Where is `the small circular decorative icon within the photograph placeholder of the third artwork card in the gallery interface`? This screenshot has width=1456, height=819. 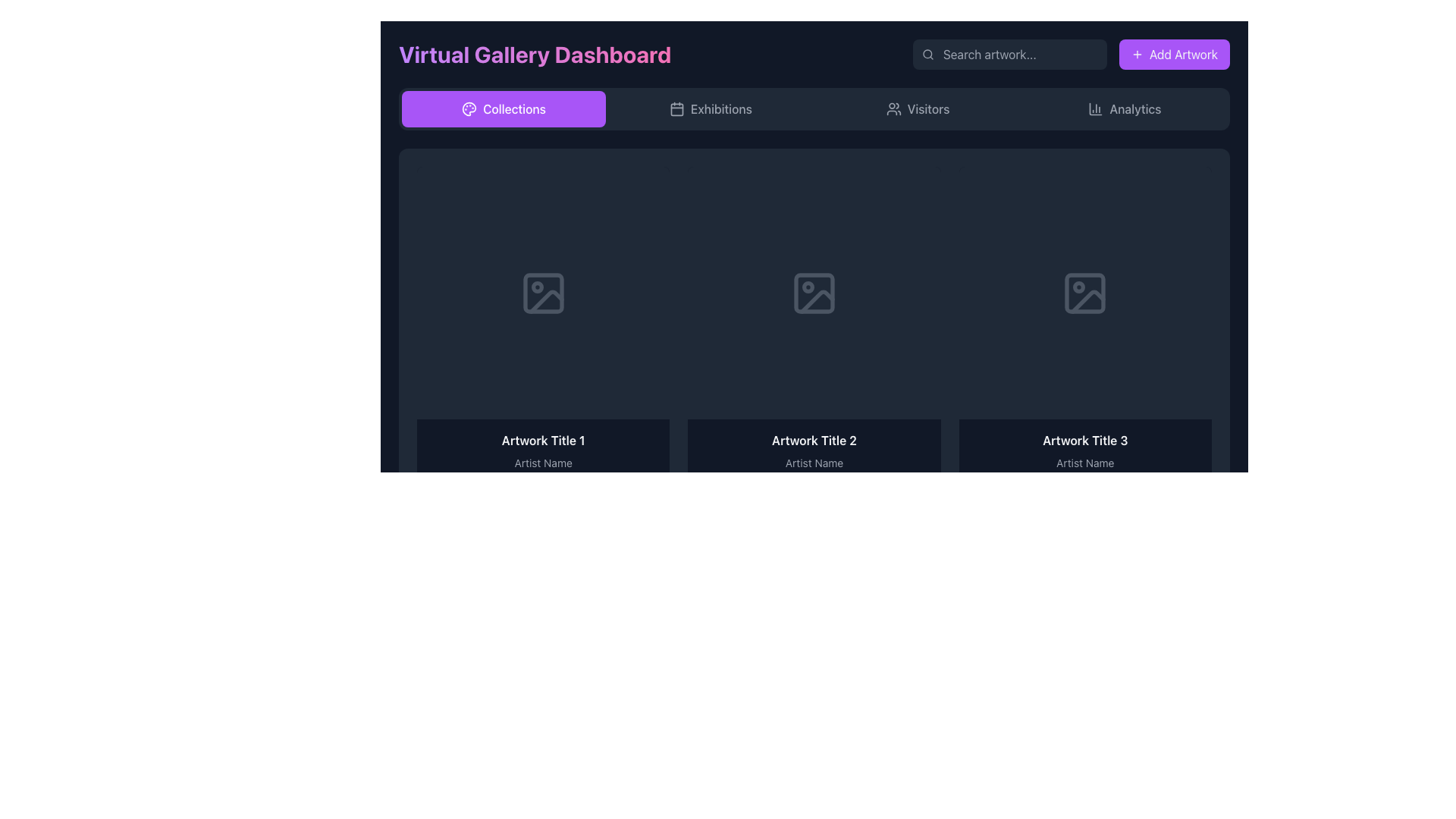
the small circular decorative icon within the photograph placeholder of the third artwork card in the gallery interface is located at coordinates (1078, 287).